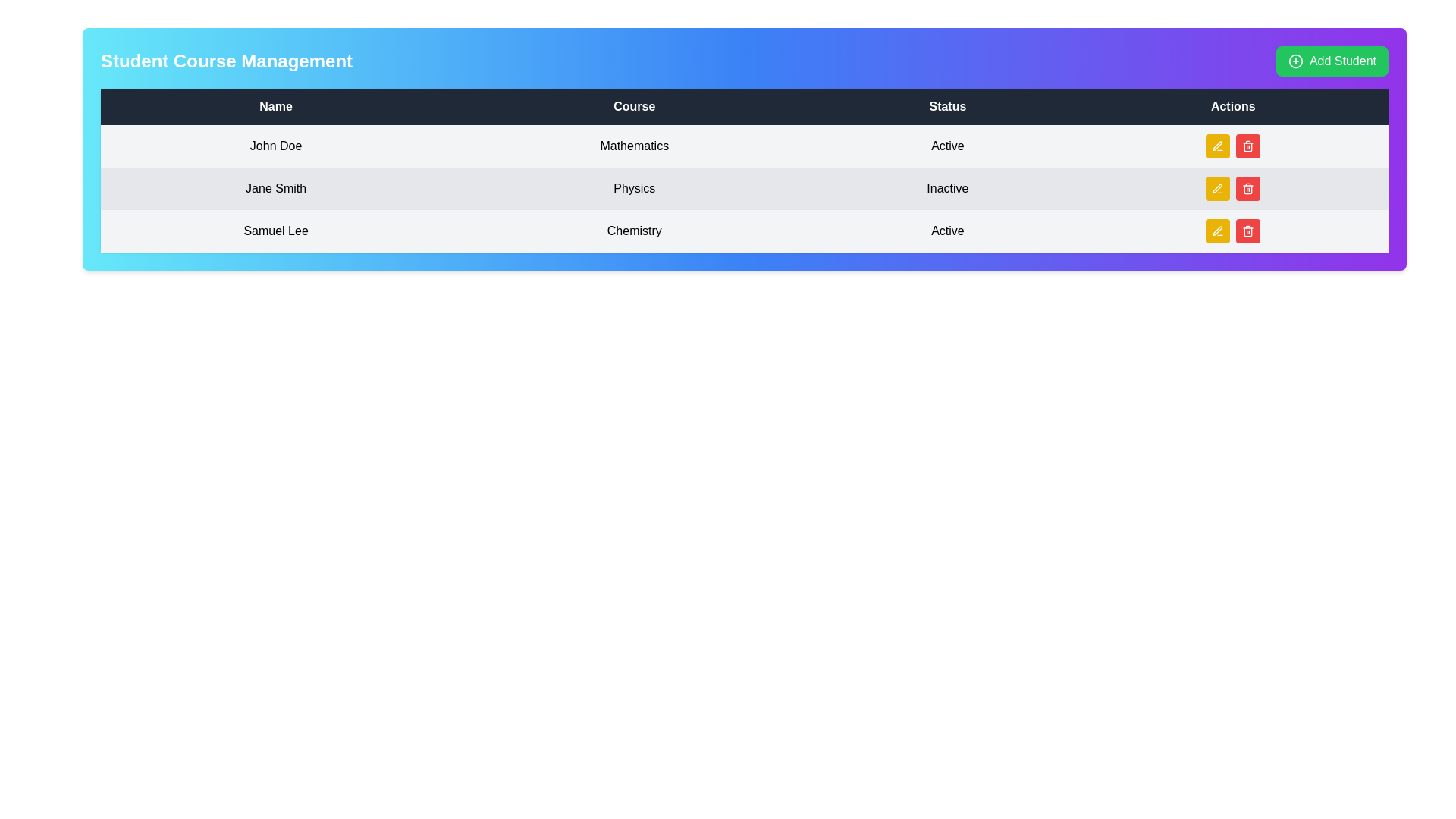 The image size is (1456, 819). I want to click on the static text display of the course subject located in the second row of the table, between 'Jane Smith' and 'Inactive', so click(634, 188).